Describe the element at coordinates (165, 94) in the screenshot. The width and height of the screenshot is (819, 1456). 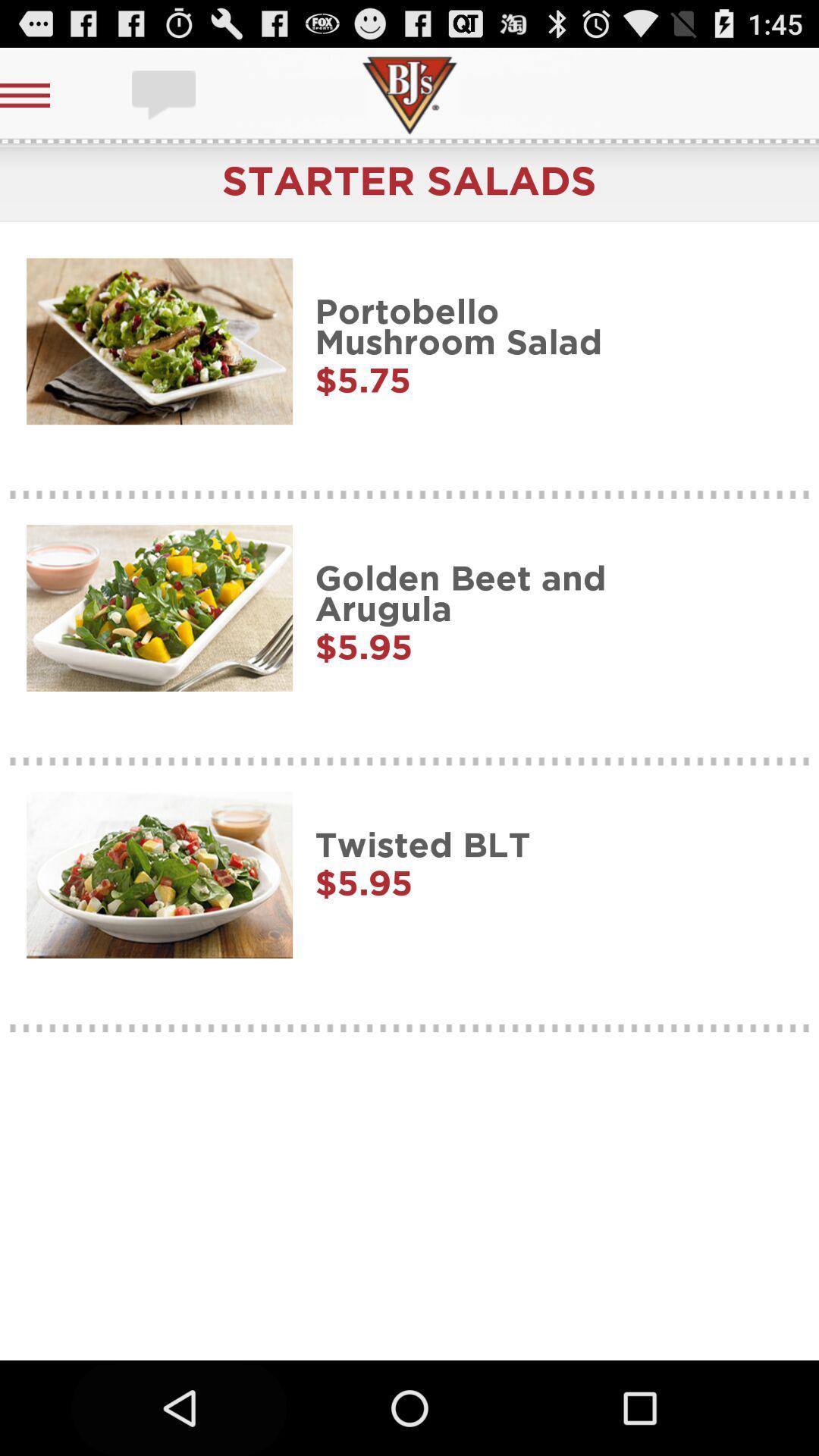
I see `open chat` at that location.